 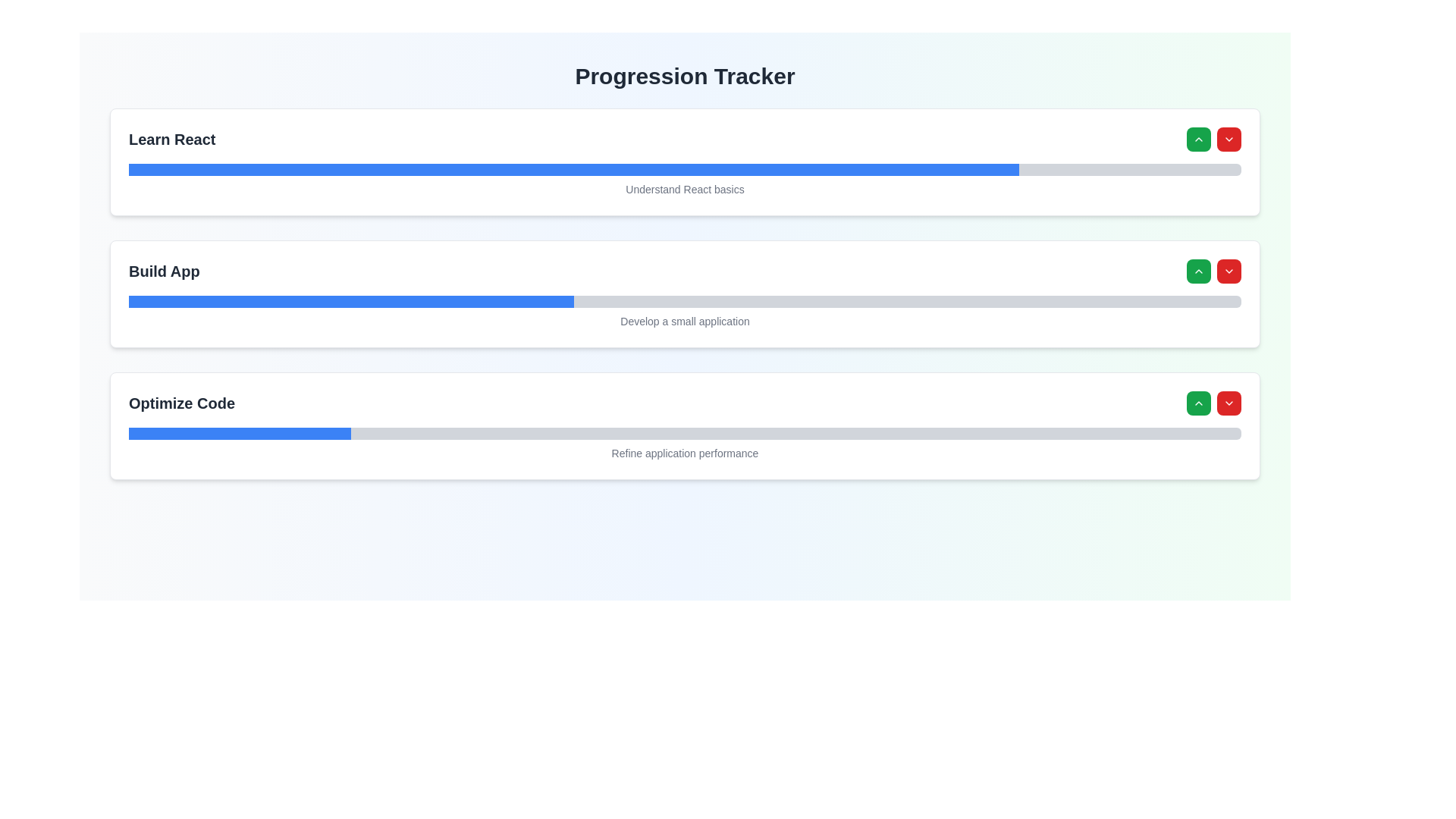 What do you see at coordinates (1214, 271) in the screenshot?
I see `the red button on the control panel located at the far right end of the 'Build App' section header to decrease the value or setting` at bounding box center [1214, 271].